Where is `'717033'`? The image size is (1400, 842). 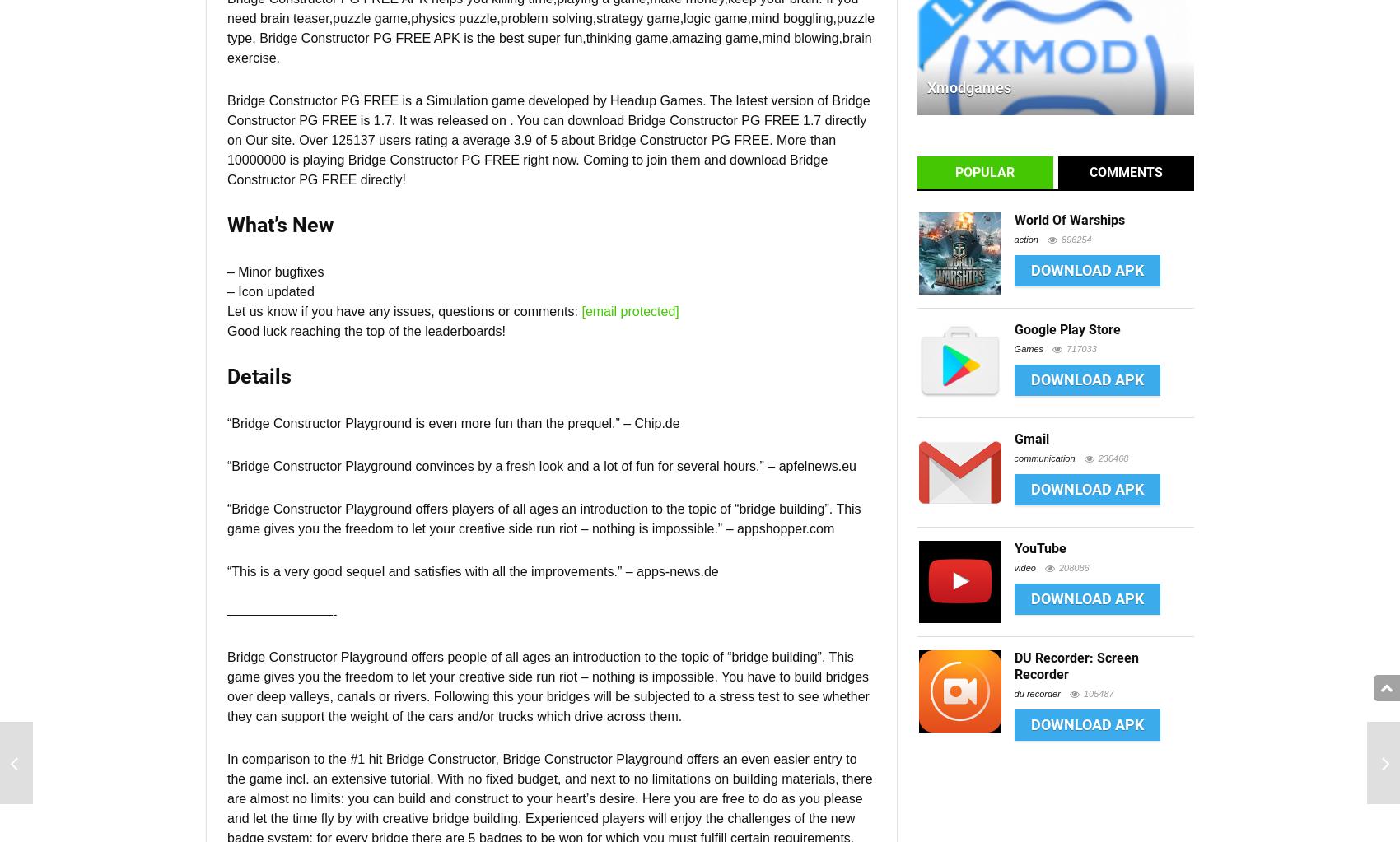 '717033' is located at coordinates (1081, 349).